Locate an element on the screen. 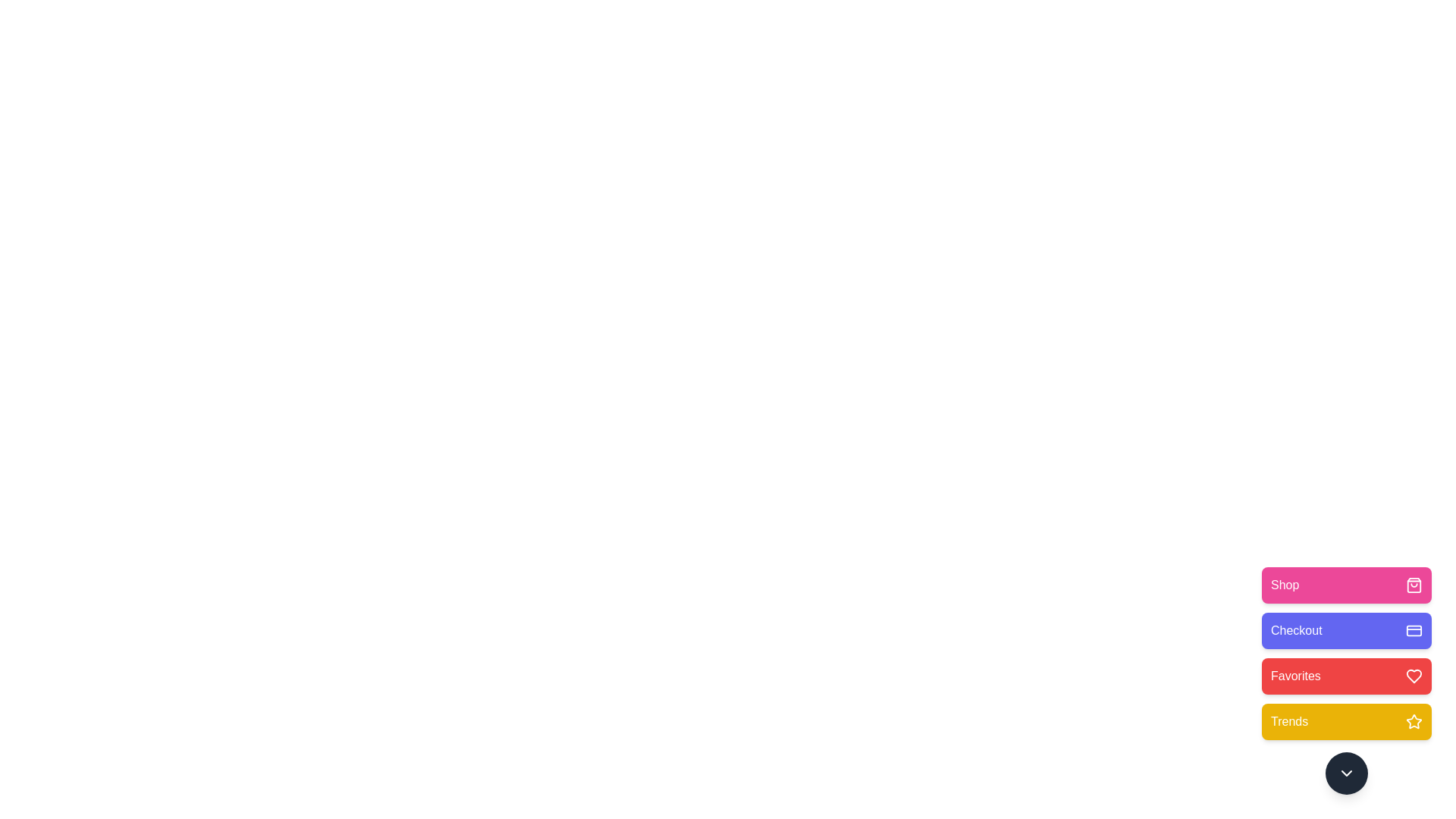 The height and width of the screenshot is (819, 1456). the Shop button to observe its transition effect is located at coordinates (1347, 584).